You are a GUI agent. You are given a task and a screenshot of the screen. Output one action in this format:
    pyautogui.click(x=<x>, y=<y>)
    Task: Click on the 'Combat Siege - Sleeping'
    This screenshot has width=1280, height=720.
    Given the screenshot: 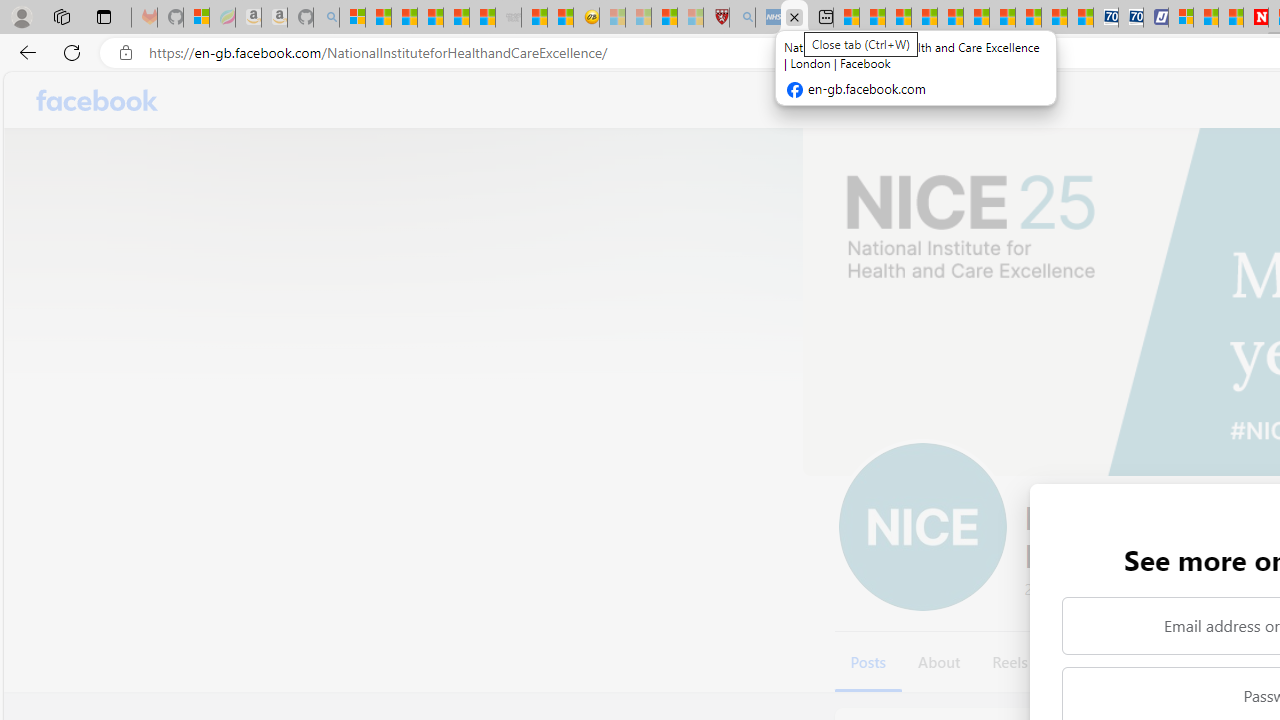 What is the action you would take?
    pyautogui.click(x=508, y=17)
    